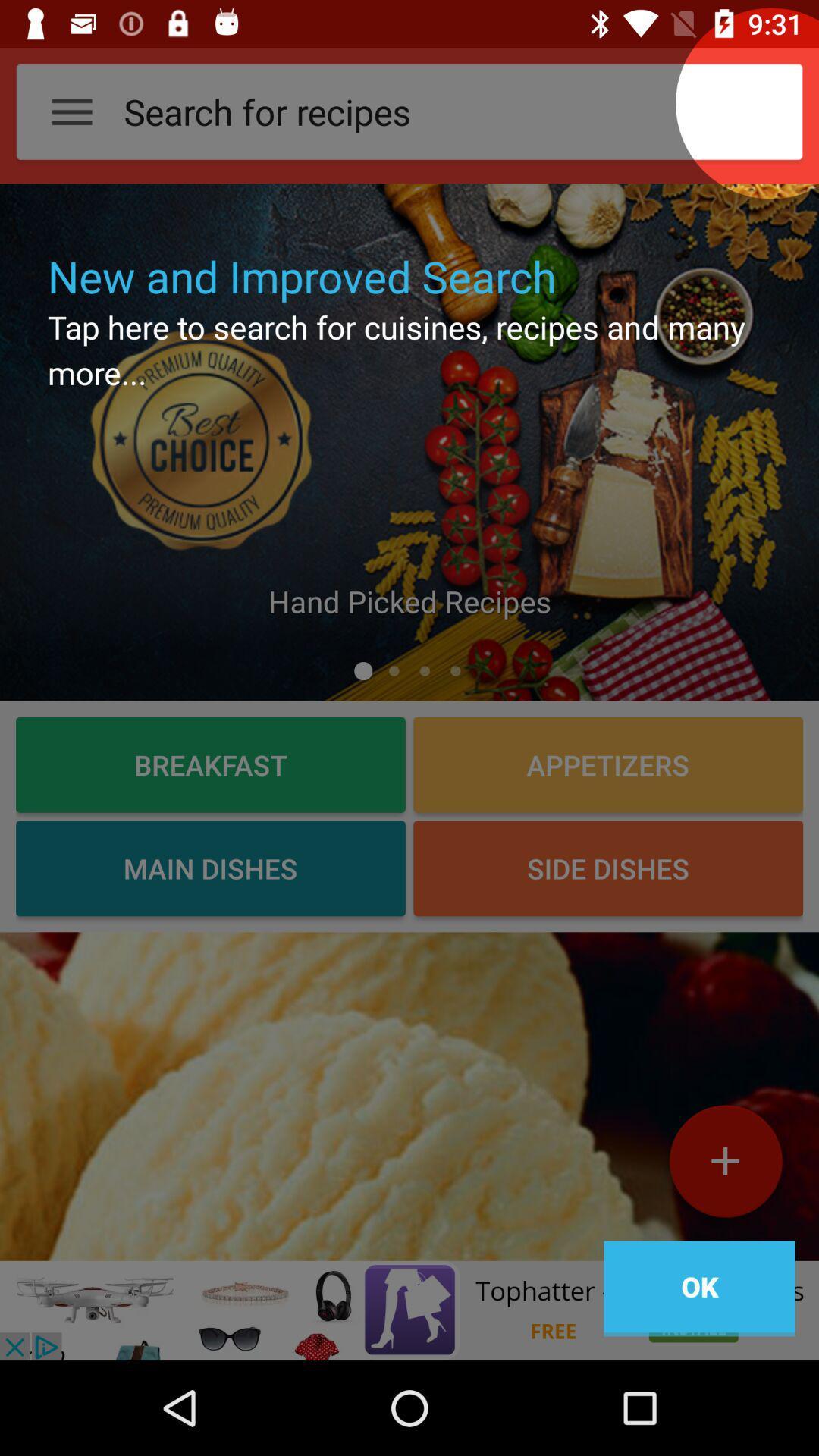 This screenshot has height=1456, width=819. What do you see at coordinates (409, 1310) in the screenshot?
I see `advertisement image` at bounding box center [409, 1310].